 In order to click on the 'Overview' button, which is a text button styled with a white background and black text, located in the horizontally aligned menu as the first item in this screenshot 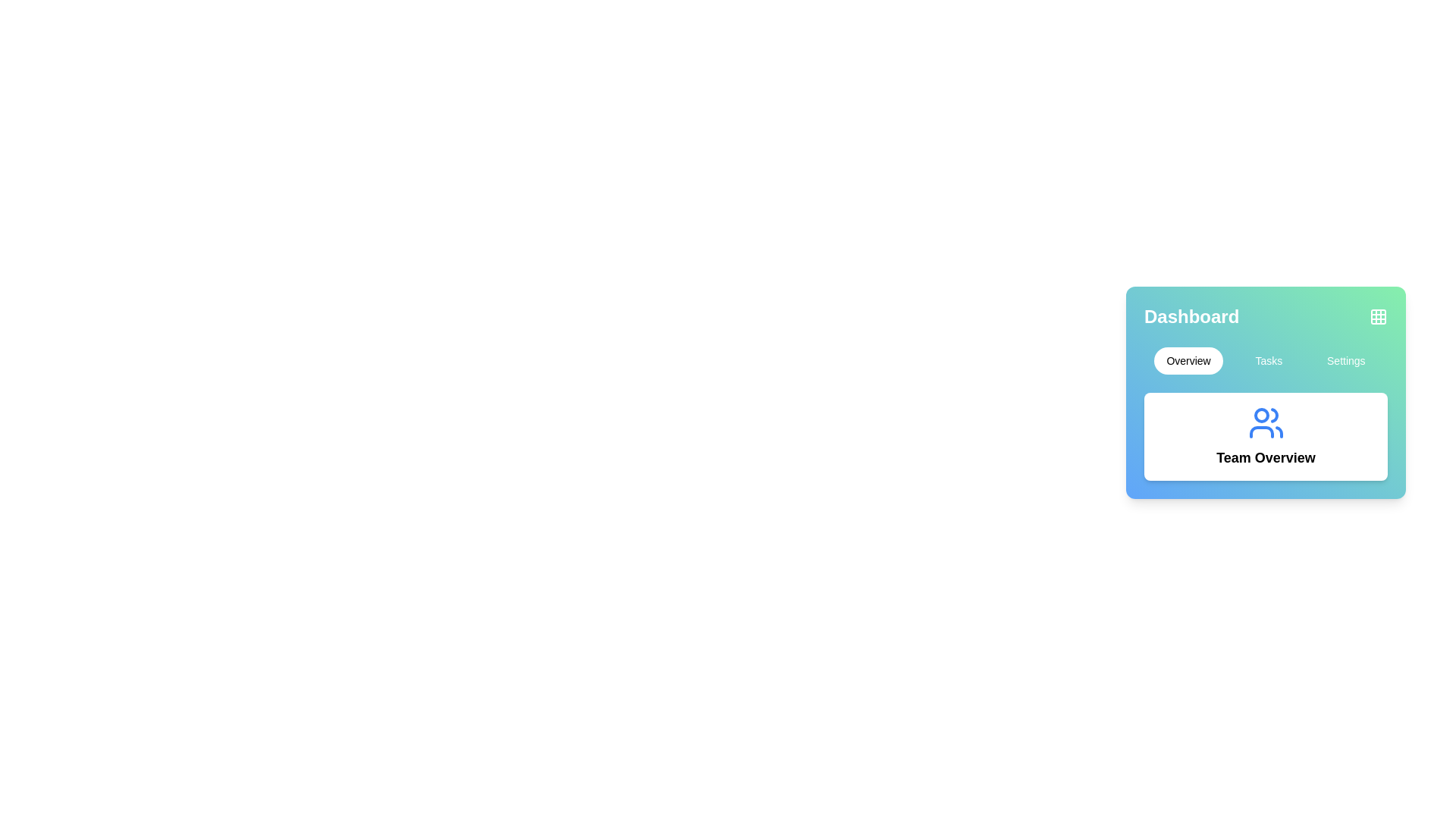, I will do `click(1187, 360)`.